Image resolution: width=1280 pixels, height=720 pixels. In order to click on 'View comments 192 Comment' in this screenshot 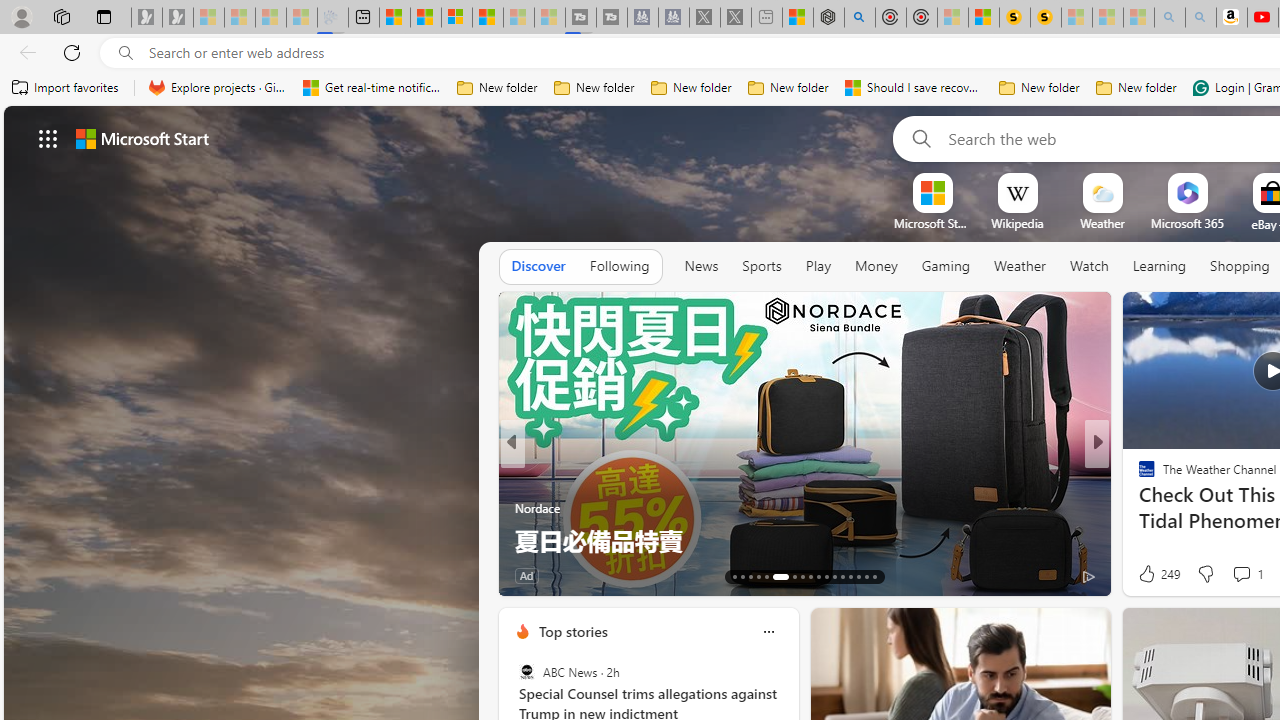, I will do `click(1234, 575)`.